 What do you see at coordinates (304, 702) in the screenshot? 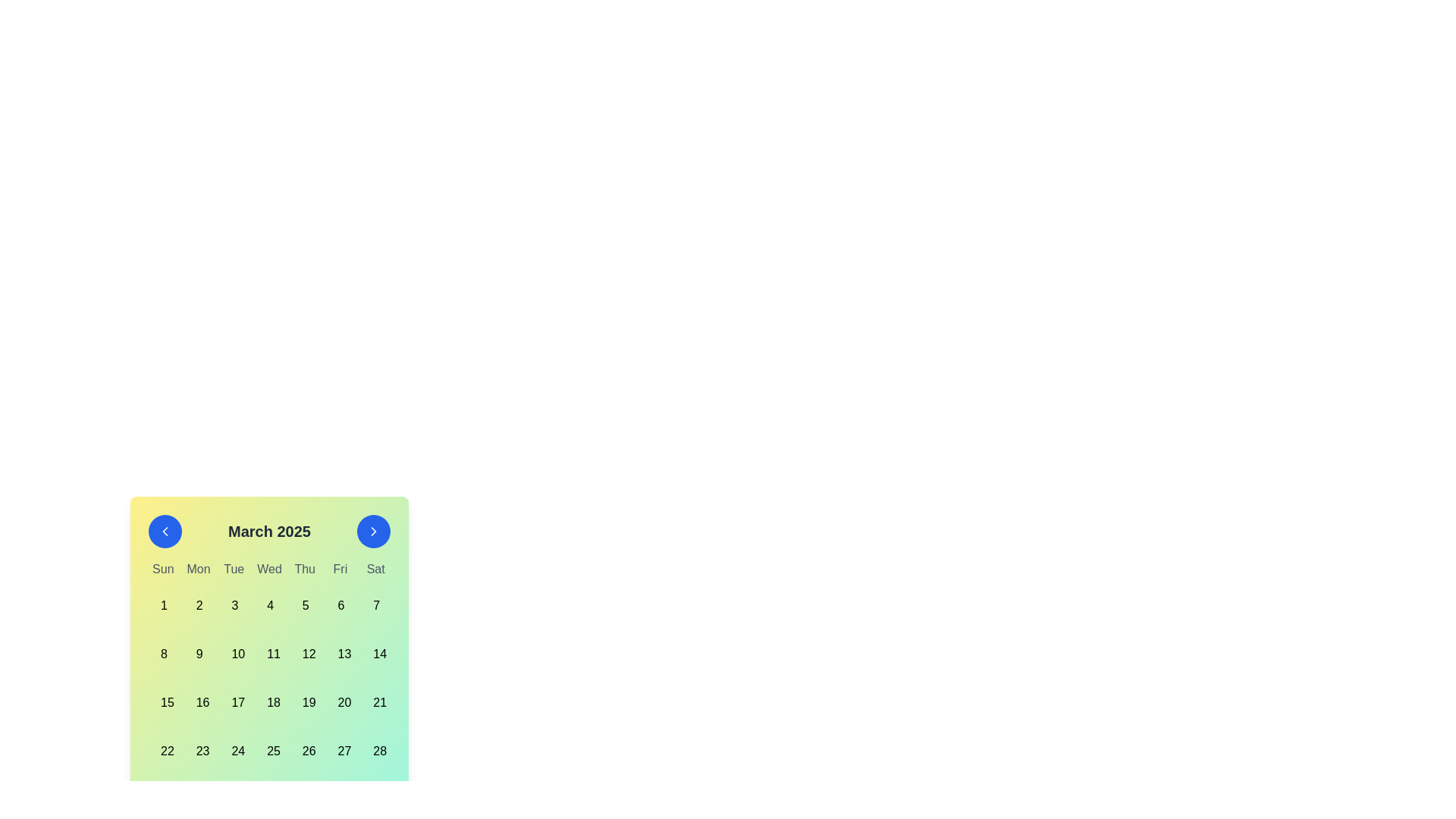
I see `the selectable date button in the fifth column of the fourth row under the March 2025 calendar to trigger hover effects` at bounding box center [304, 702].